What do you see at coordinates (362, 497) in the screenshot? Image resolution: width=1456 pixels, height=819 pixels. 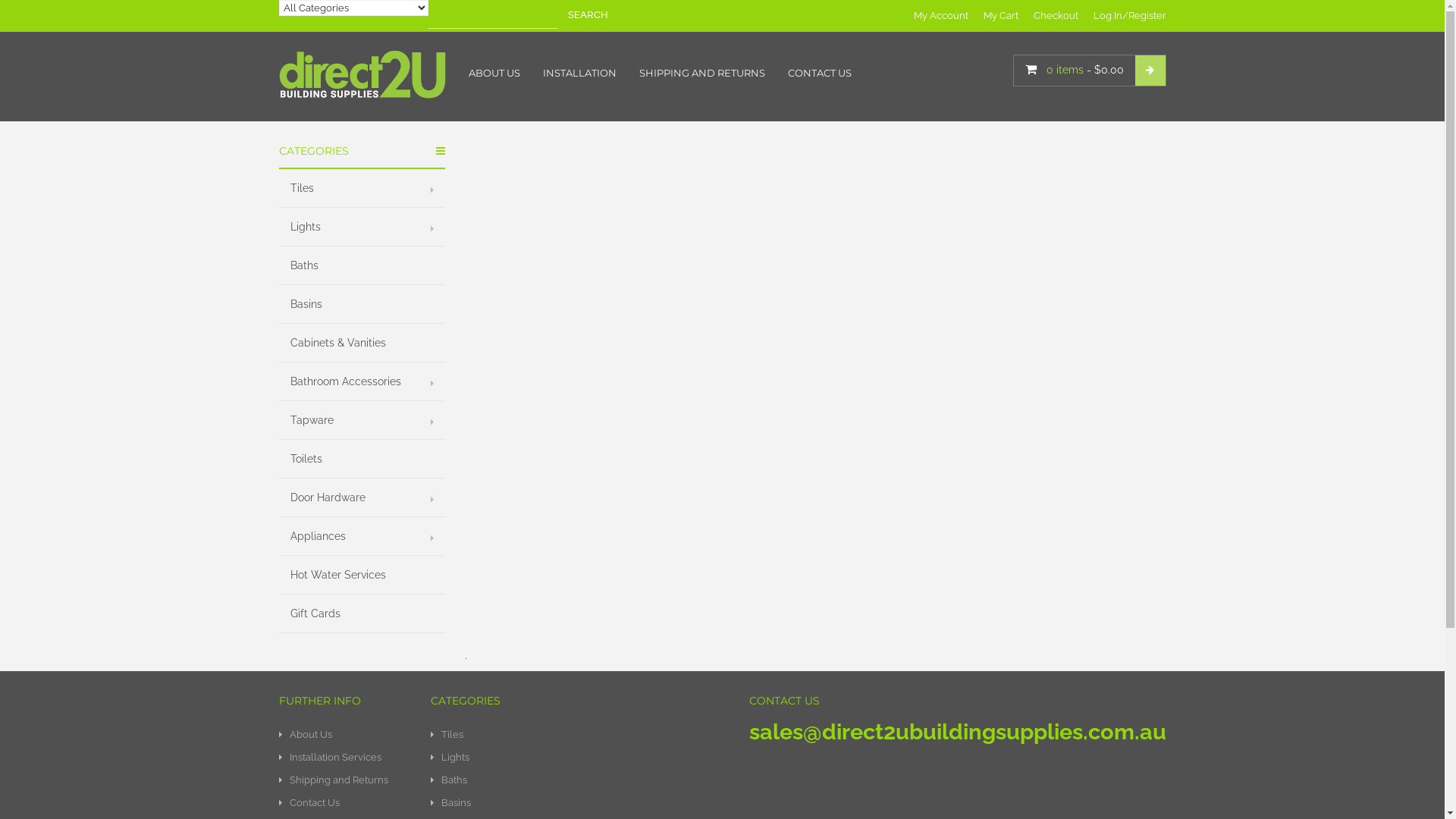 I see `'Door Hardware'` at bounding box center [362, 497].